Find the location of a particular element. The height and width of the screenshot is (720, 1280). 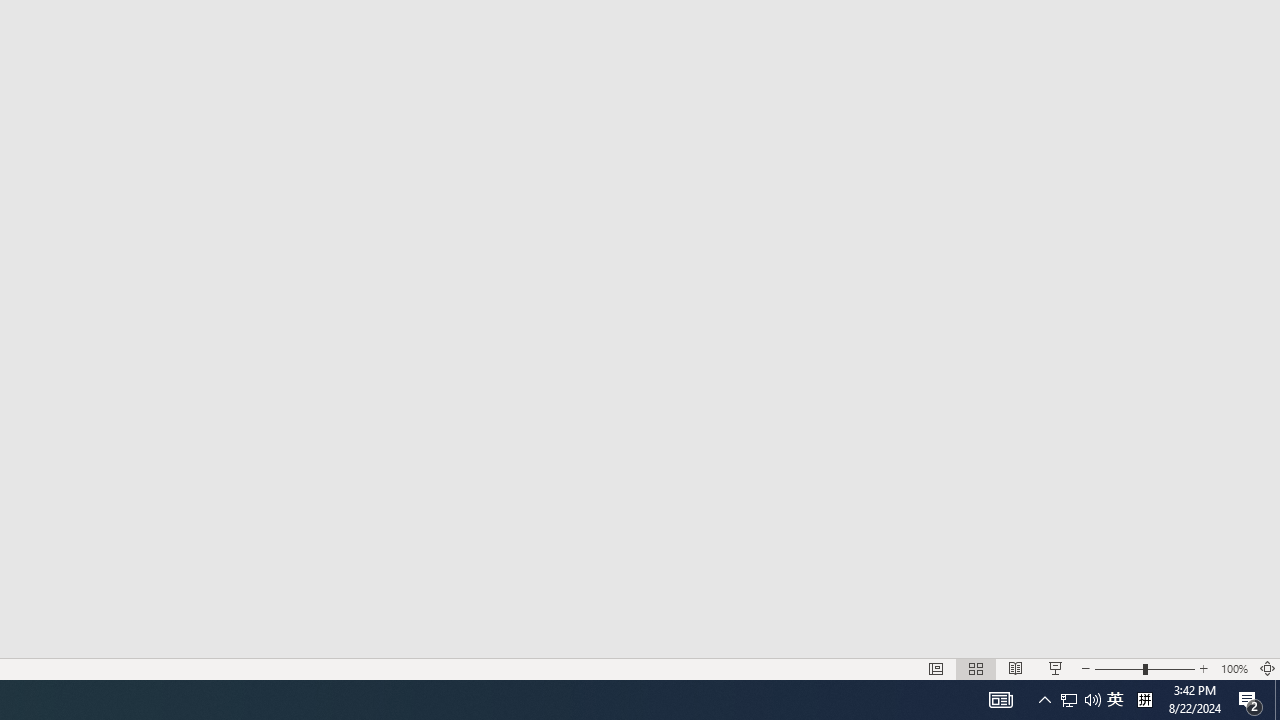

'Zoom 100%' is located at coordinates (1233, 669).